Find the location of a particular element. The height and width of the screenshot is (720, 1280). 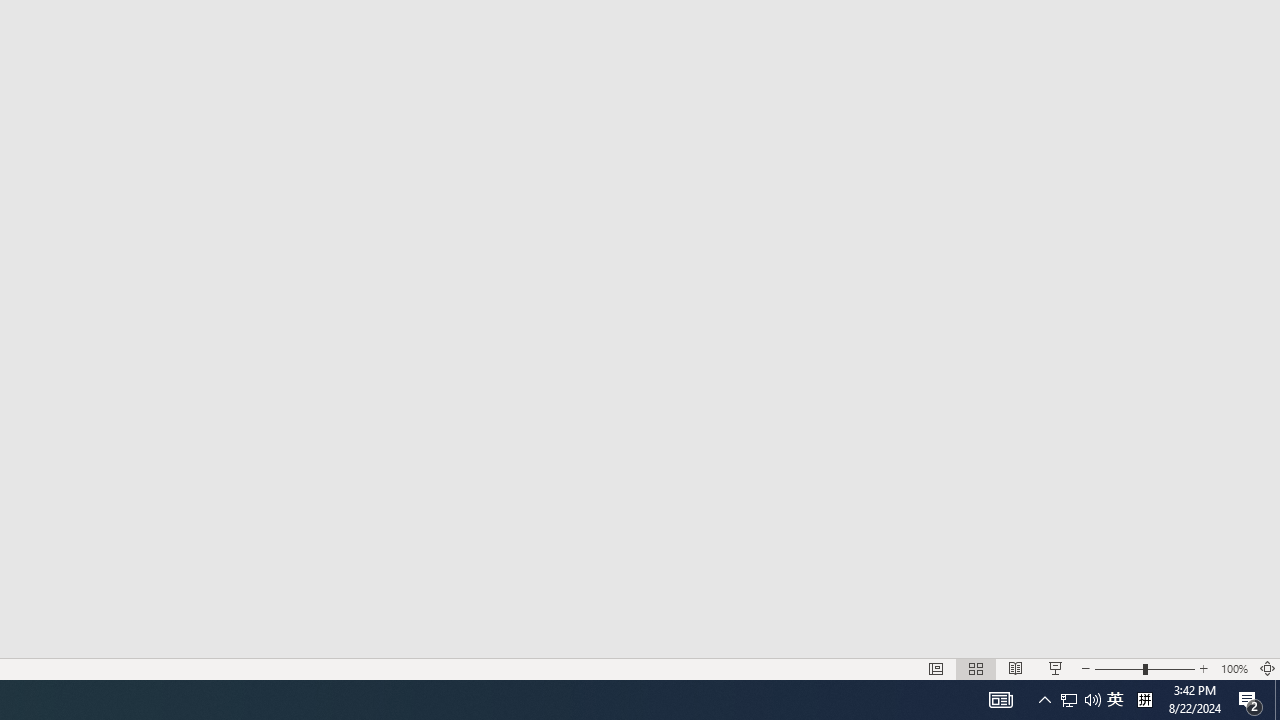

'Zoom 100%' is located at coordinates (1233, 669).